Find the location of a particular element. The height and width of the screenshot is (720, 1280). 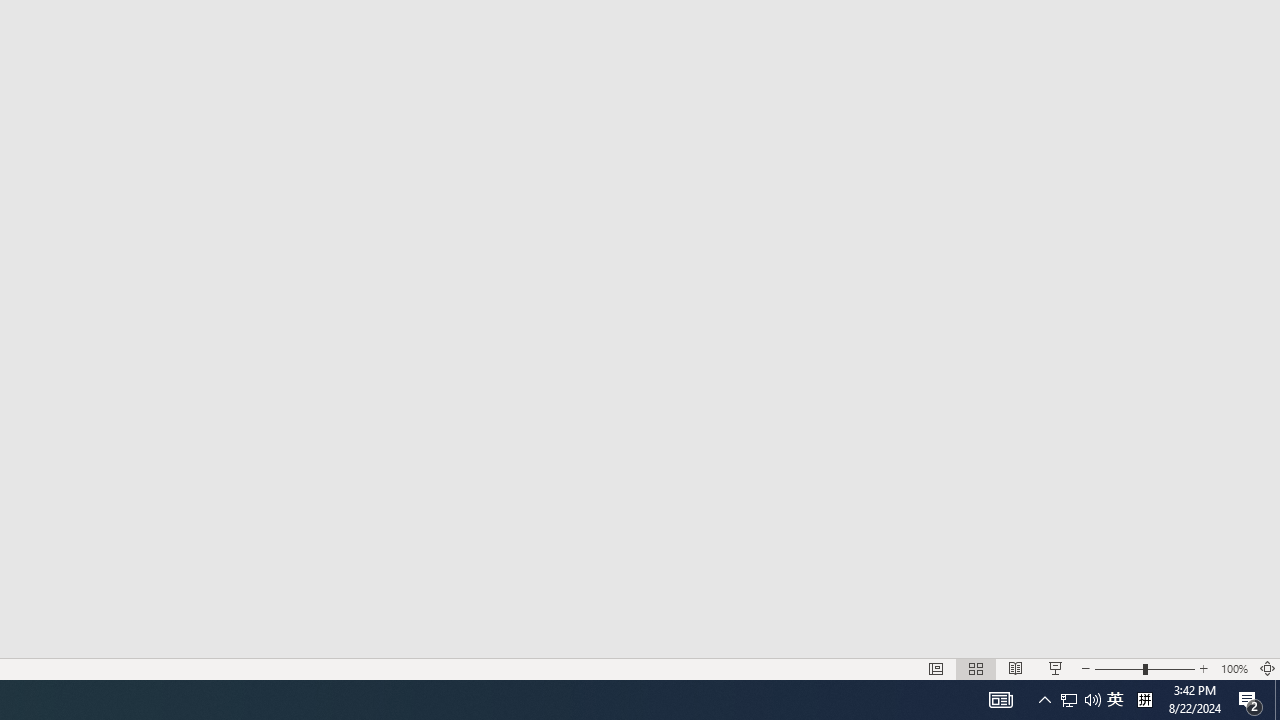

'Zoom 100%' is located at coordinates (1233, 669).